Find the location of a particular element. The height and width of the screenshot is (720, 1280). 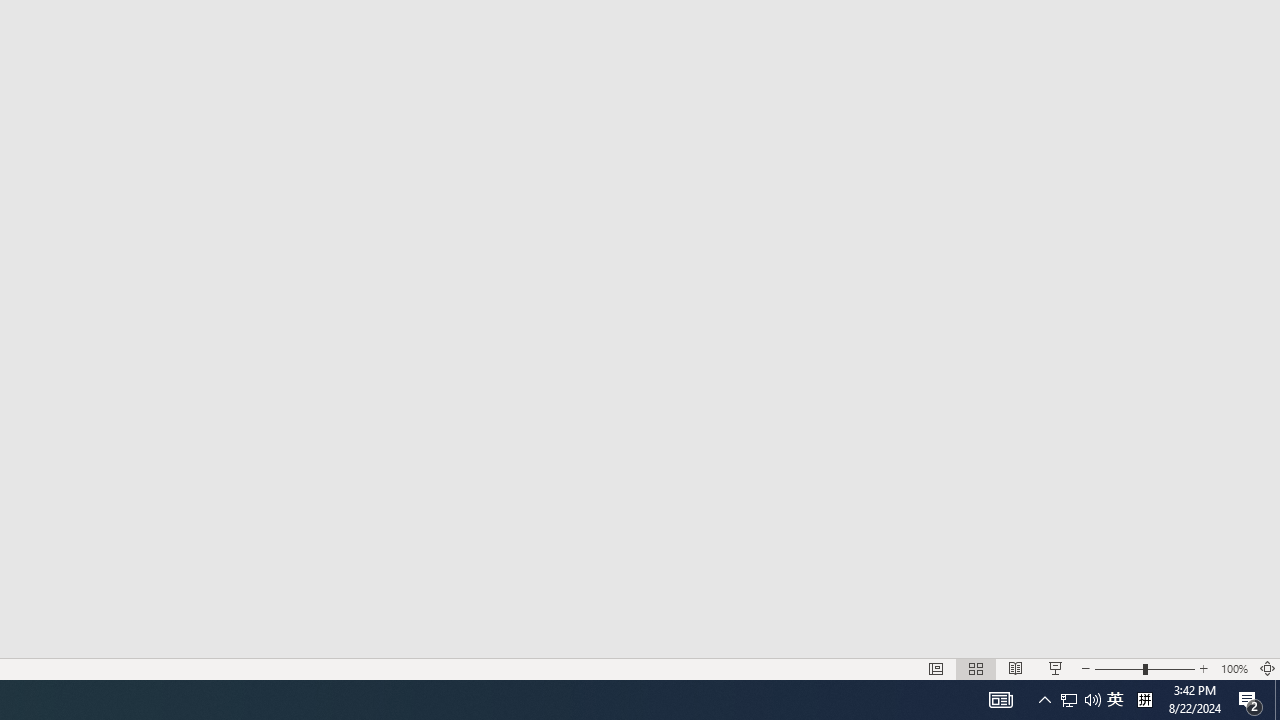

'Zoom 100%' is located at coordinates (1233, 669).